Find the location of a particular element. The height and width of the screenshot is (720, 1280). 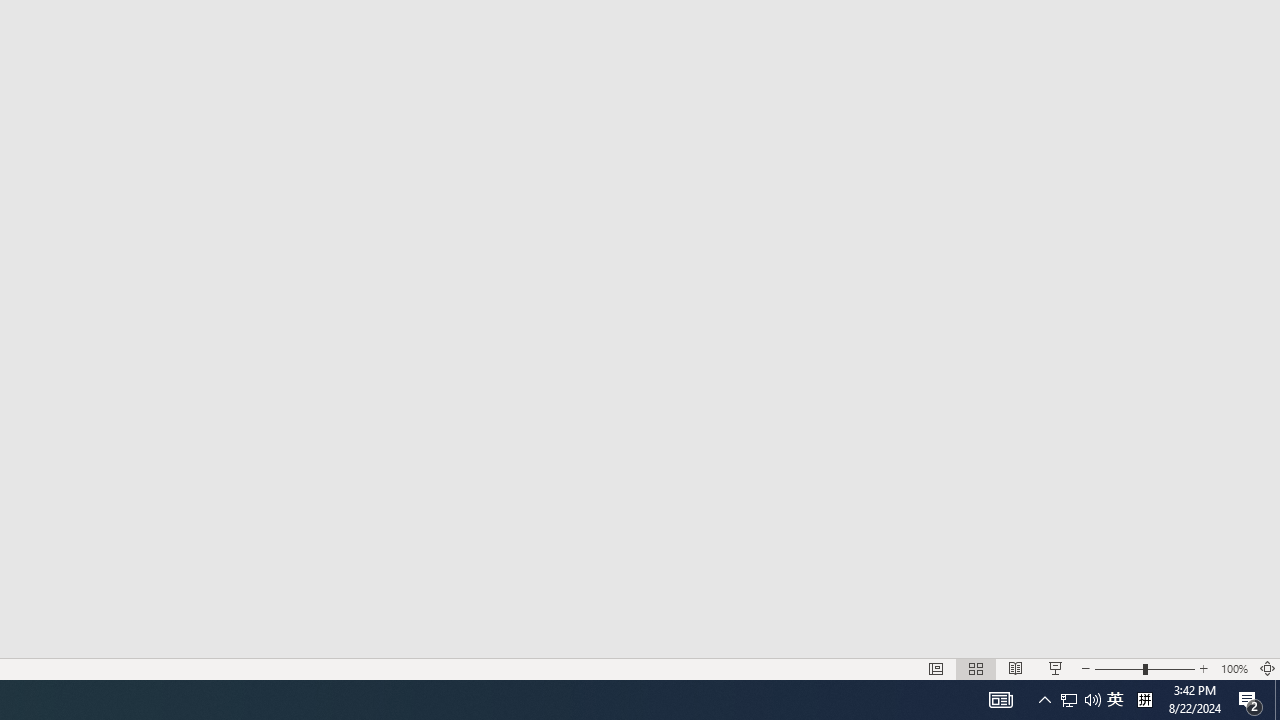

'Zoom 100%' is located at coordinates (1233, 669).